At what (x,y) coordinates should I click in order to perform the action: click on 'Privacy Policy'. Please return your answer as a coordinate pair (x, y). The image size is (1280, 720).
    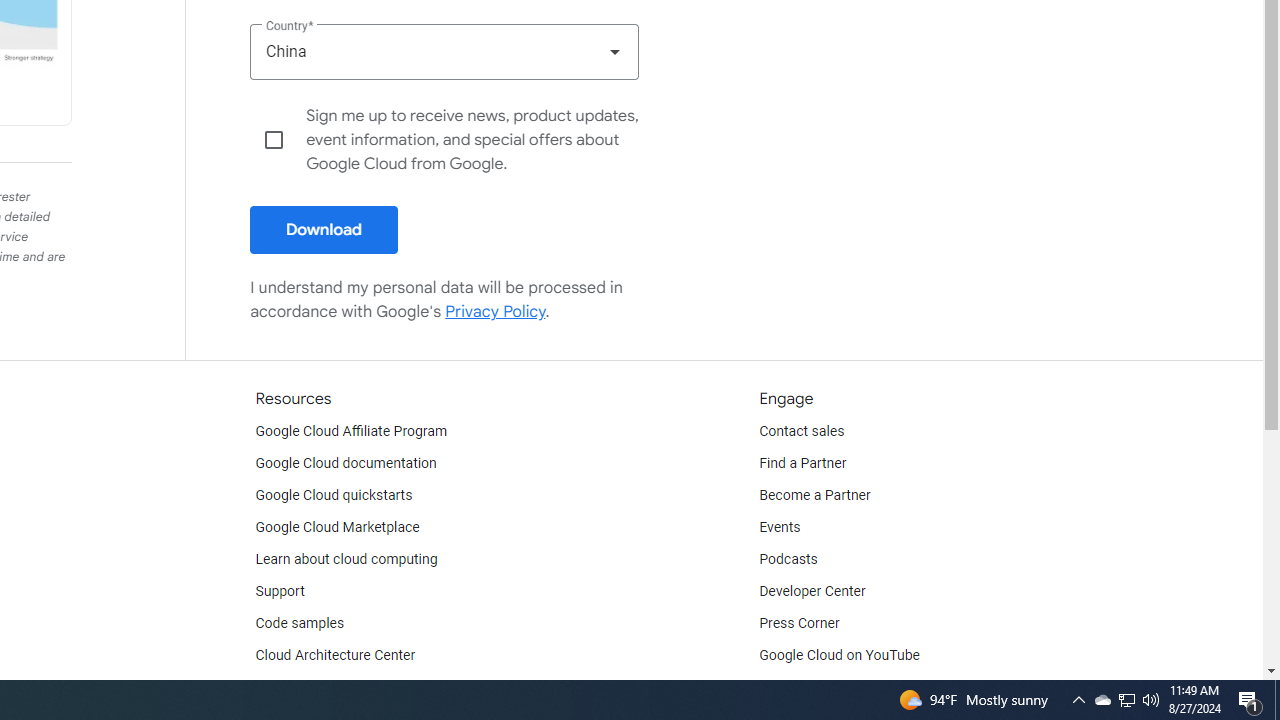
    Looking at the image, I should click on (496, 311).